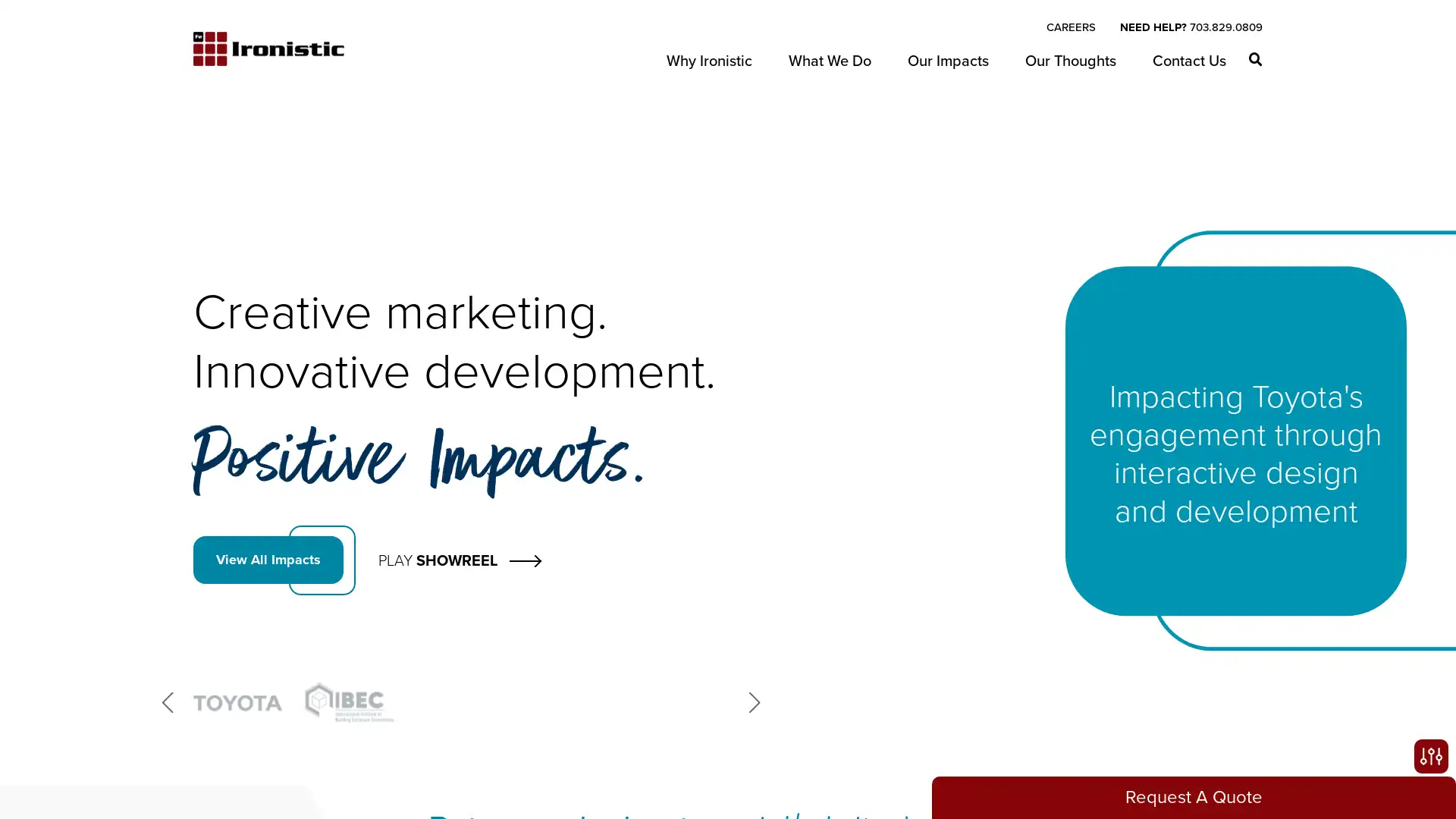  What do you see at coordinates (167, 701) in the screenshot?
I see `Previous slide` at bounding box center [167, 701].